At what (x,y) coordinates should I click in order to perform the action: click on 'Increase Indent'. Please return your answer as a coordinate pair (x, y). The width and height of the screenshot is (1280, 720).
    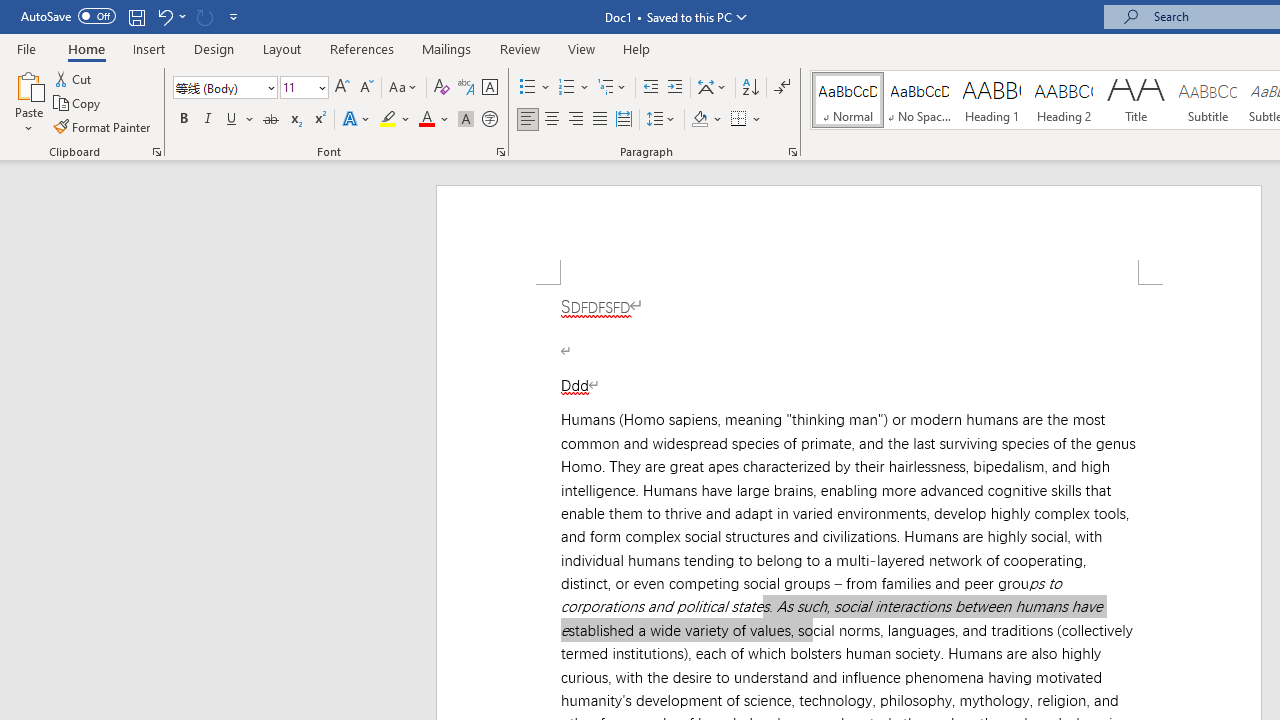
    Looking at the image, I should click on (675, 86).